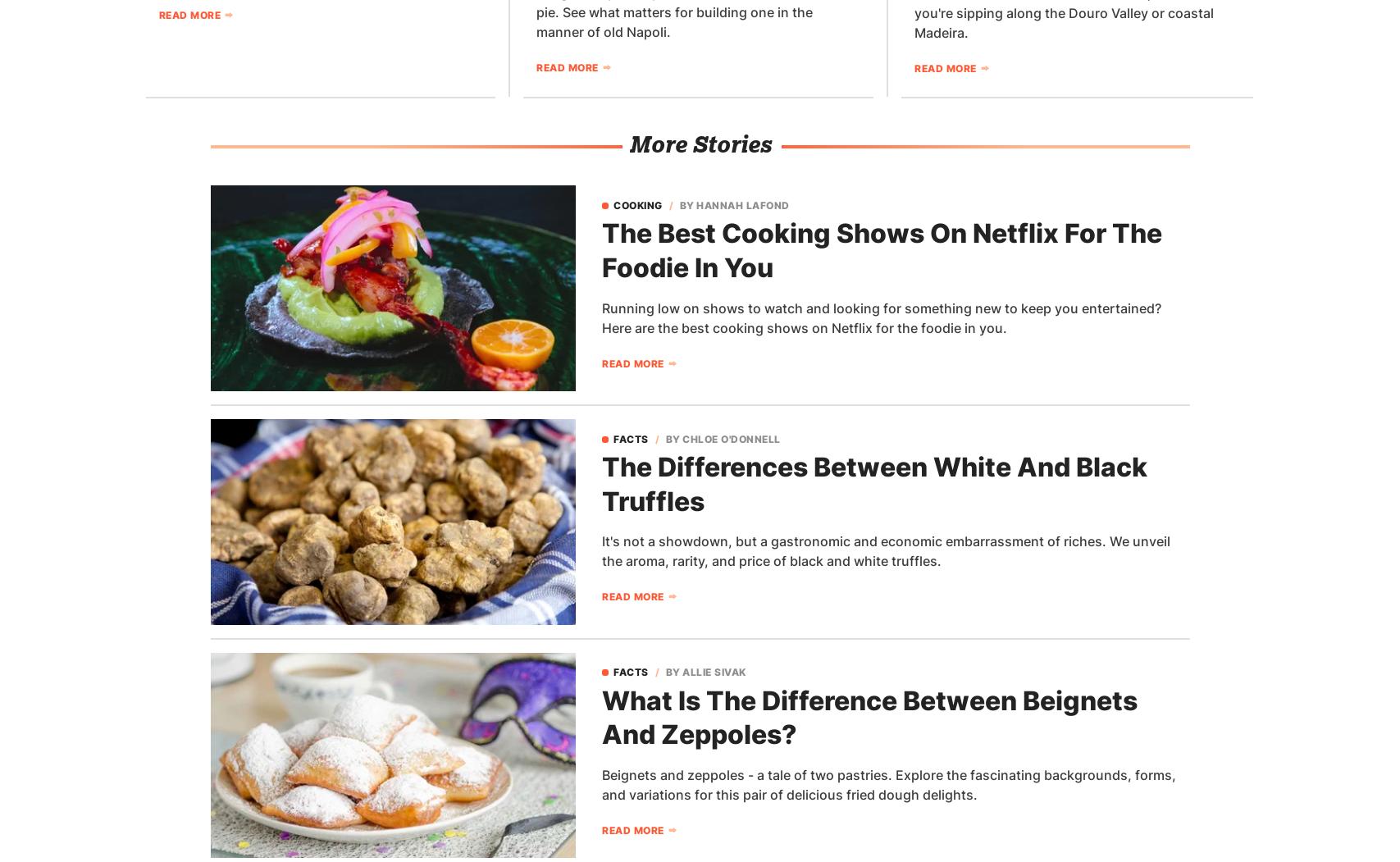 This screenshot has height=862, width=1400. I want to click on 'The Differences Between White And Black Truffles', so click(873, 483).